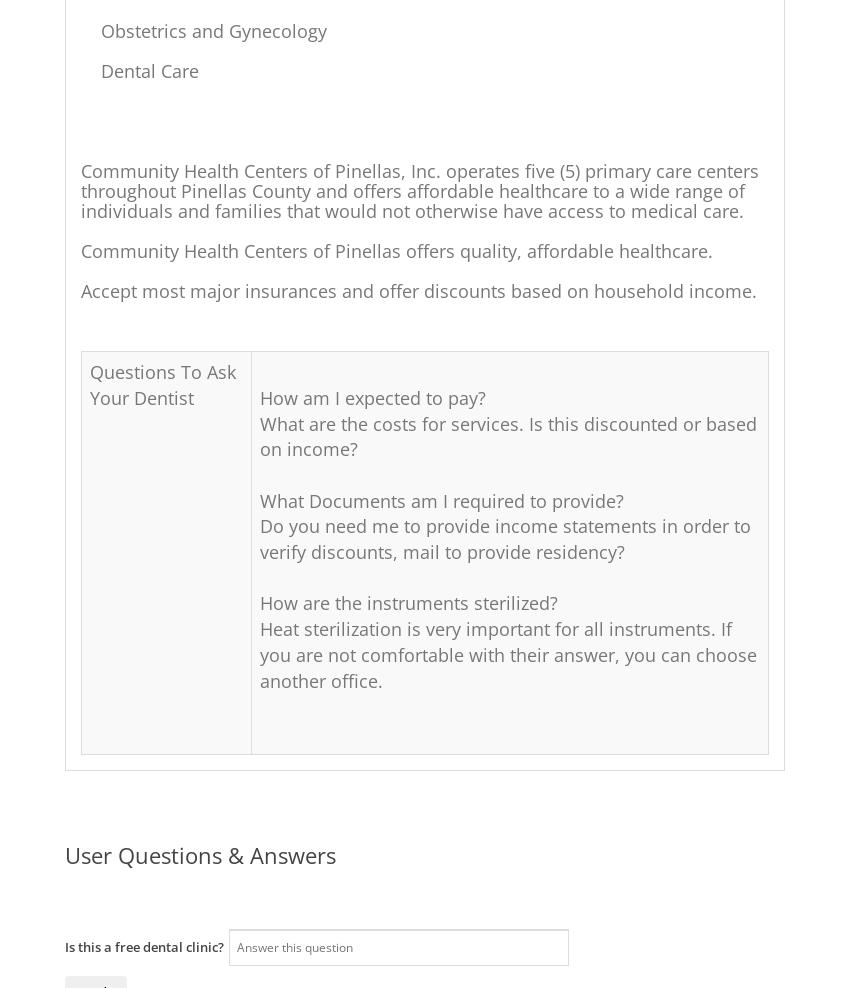 The width and height of the screenshot is (850, 988). Describe the element at coordinates (257, 602) in the screenshot. I see `'How are the instruments sterilized?'` at that location.